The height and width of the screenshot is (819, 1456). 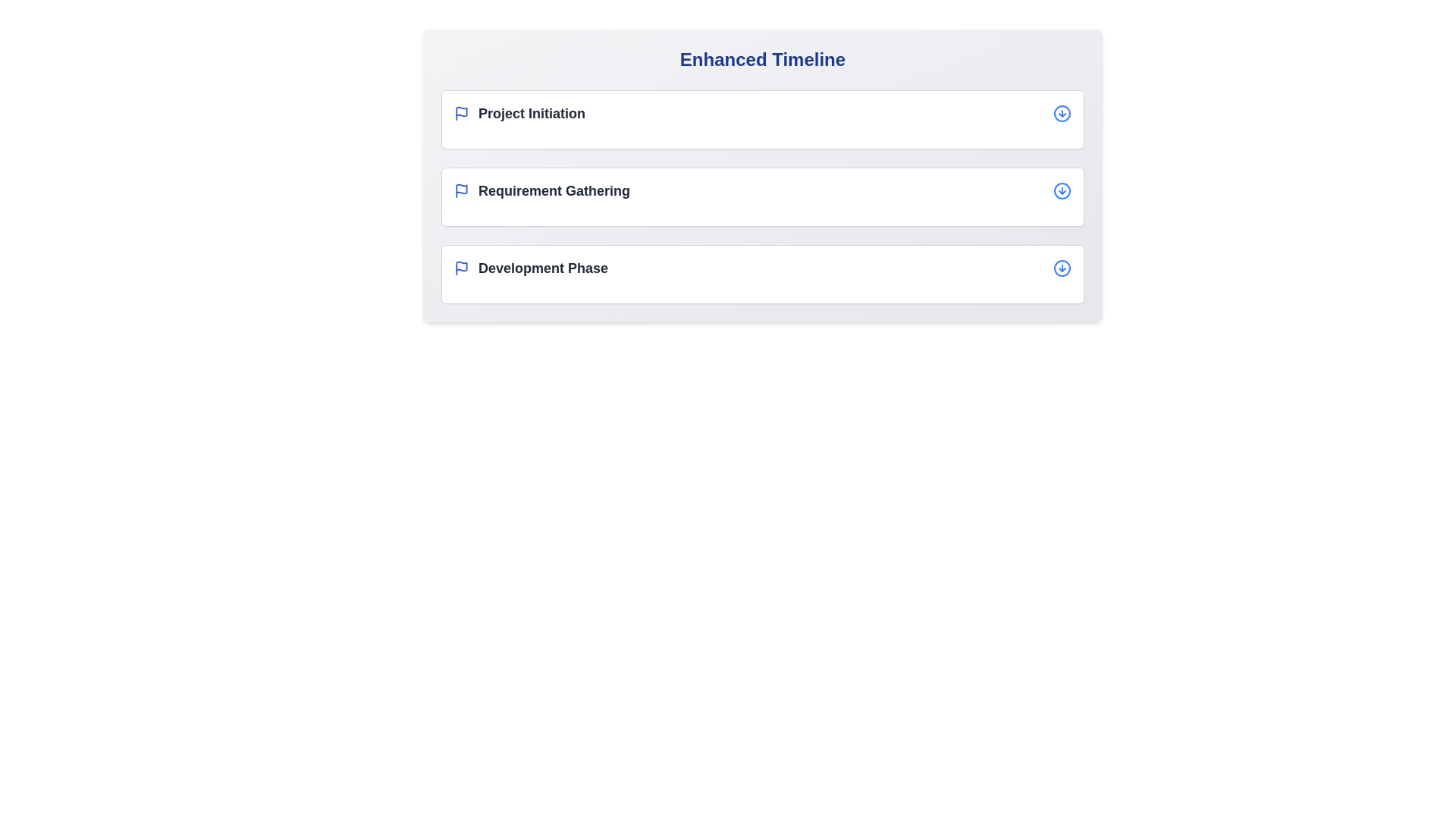 I want to click on the text label indicating the third phase of development within the 'Enhanced Timeline' card, which is positioned below 'Requirement Gathering', so click(x=543, y=268).